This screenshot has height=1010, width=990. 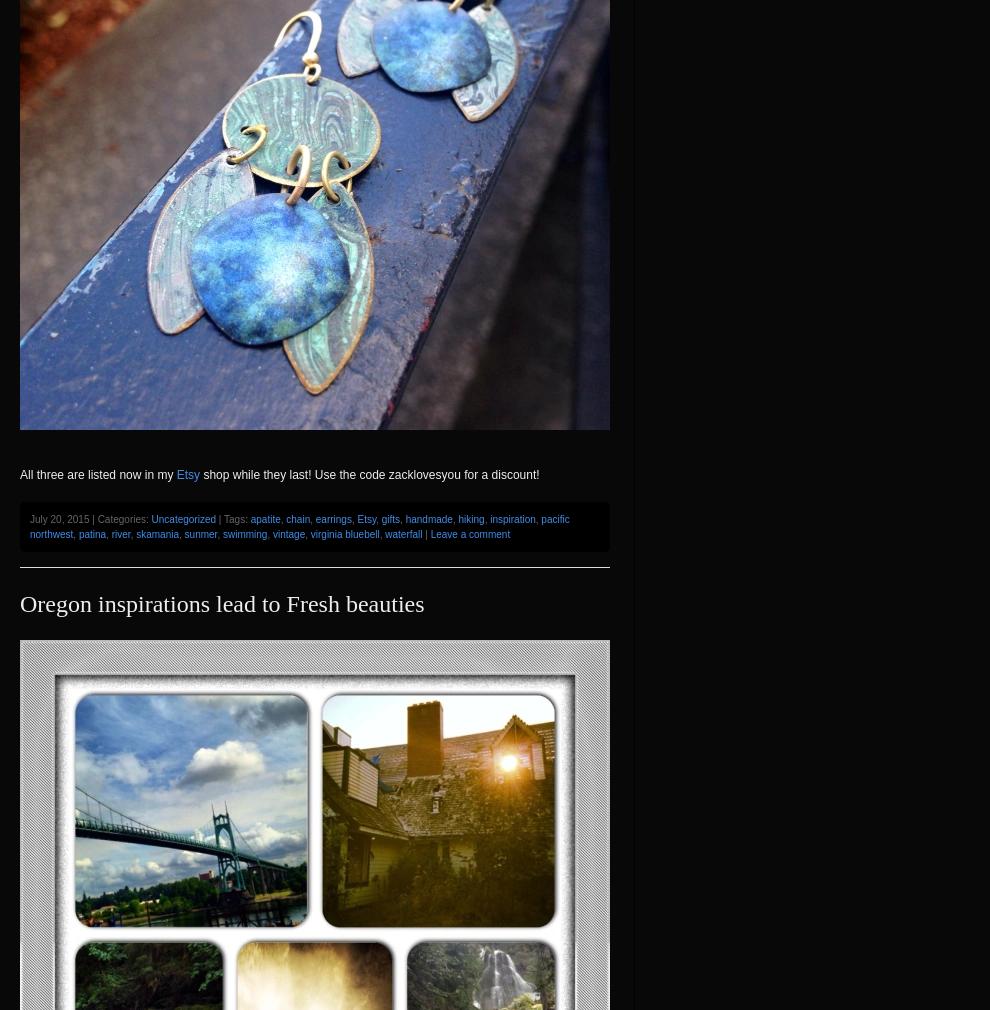 I want to click on 'vintage', so click(x=288, y=533).